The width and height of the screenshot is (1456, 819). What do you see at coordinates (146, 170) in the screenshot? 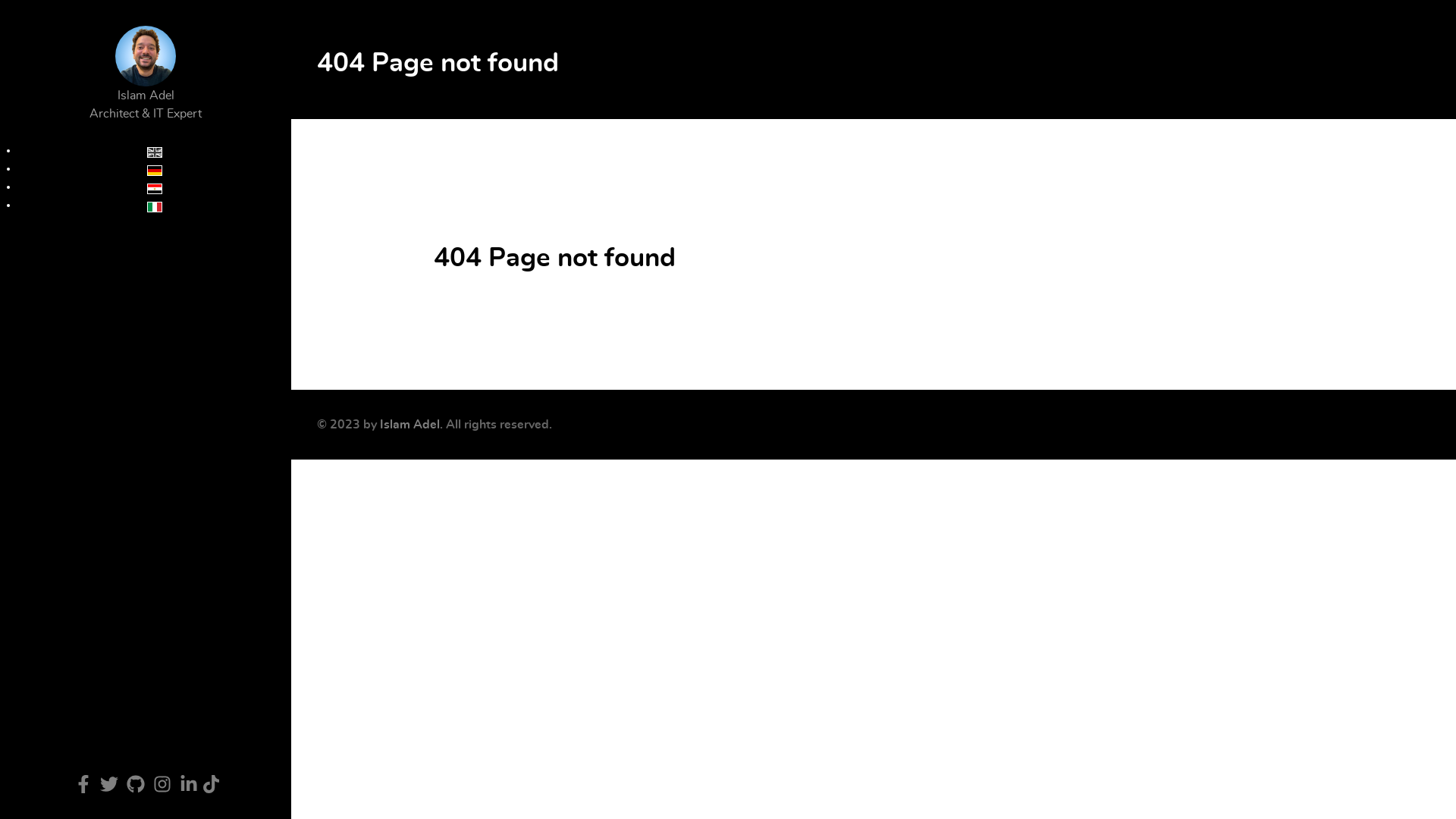
I see `'Deutsch'` at bounding box center [146, 170].